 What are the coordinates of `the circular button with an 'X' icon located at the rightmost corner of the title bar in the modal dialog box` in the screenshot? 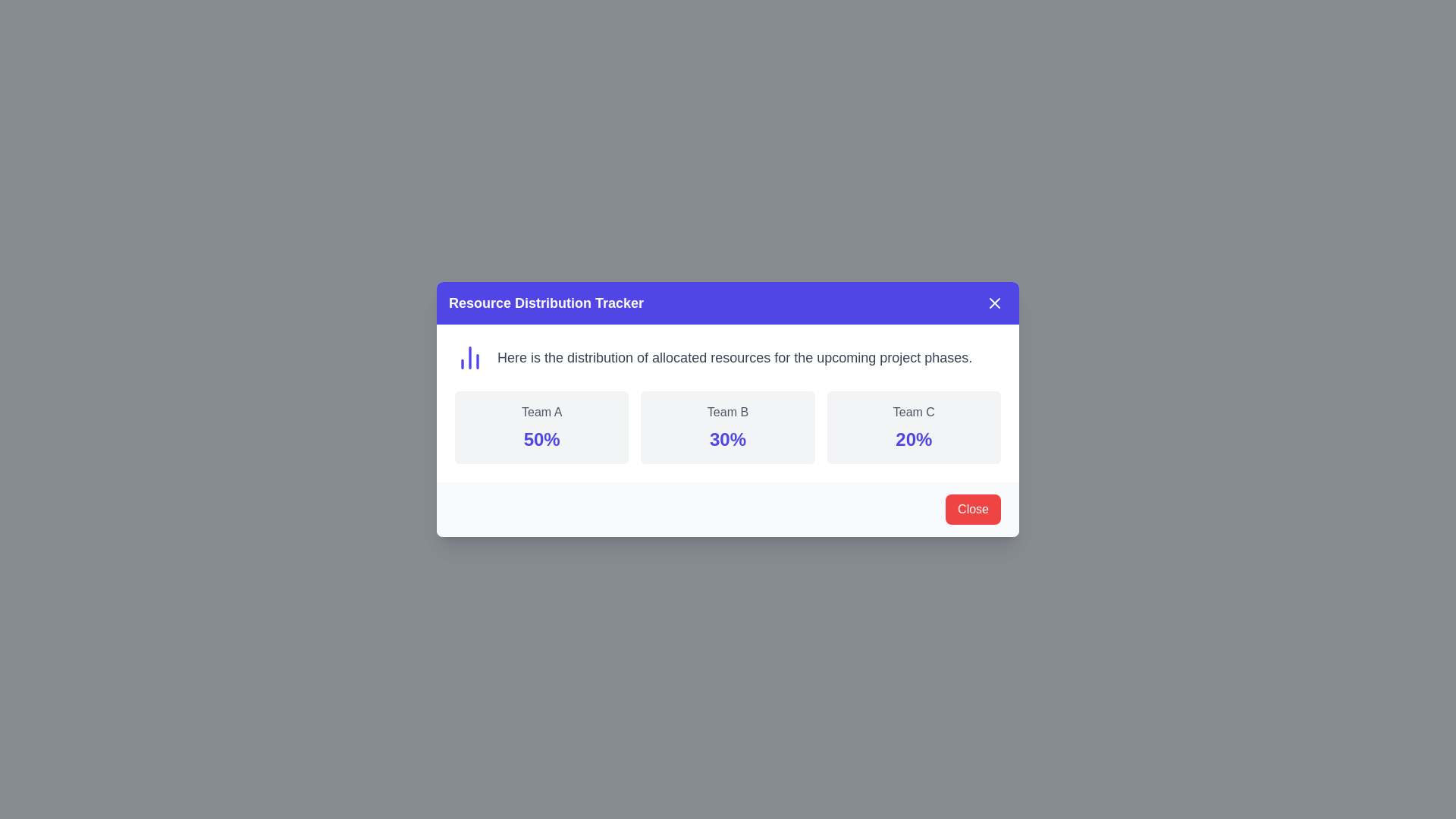 It's located at (994, 303).